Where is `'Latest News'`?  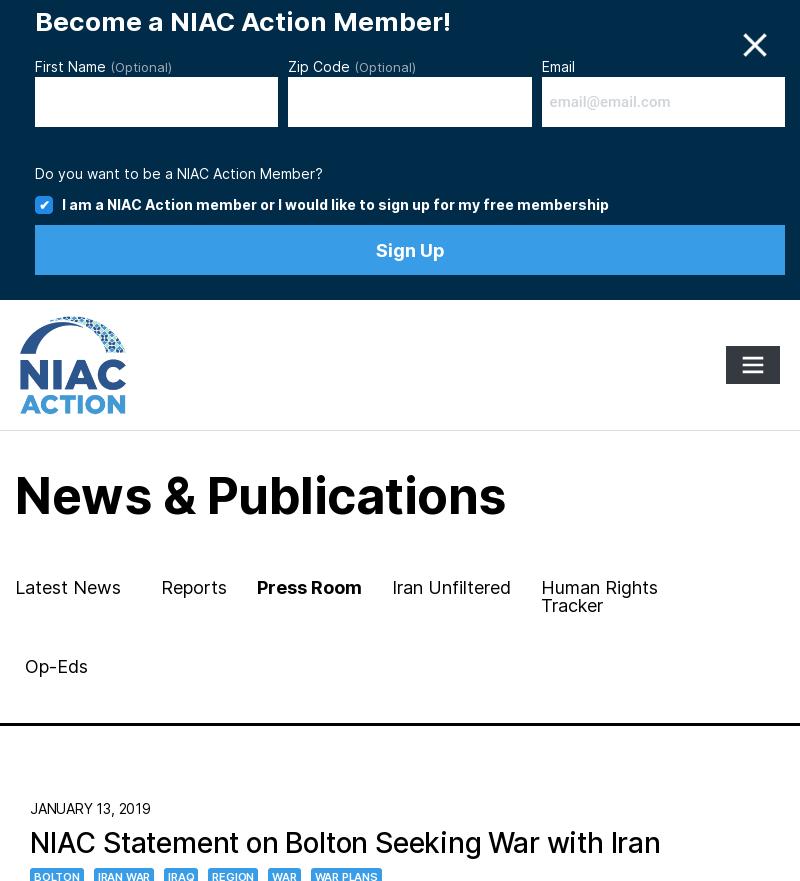 'Latest News' is located at coordinates (68, 587).